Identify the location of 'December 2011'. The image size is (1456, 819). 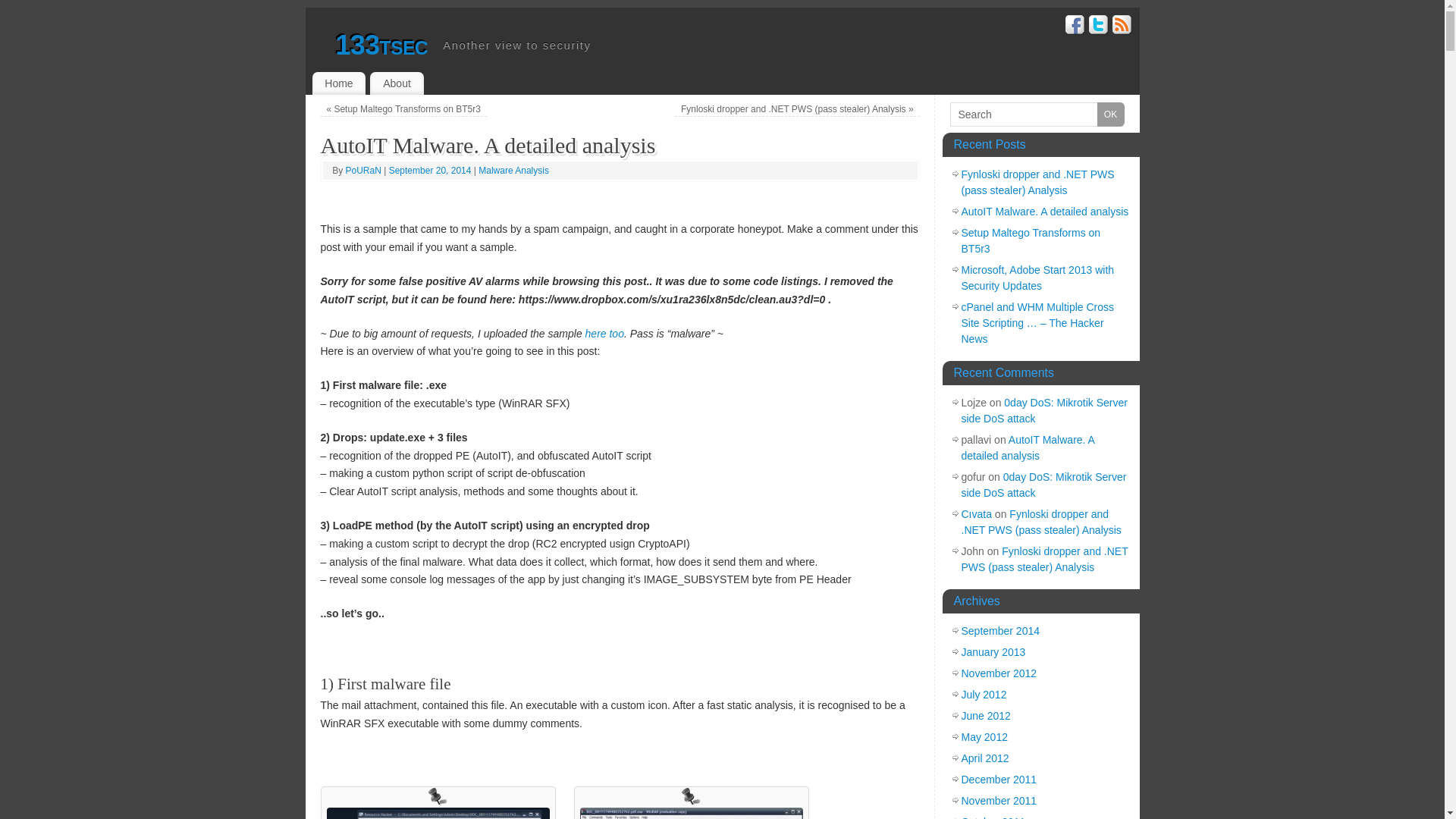
(999, 780).